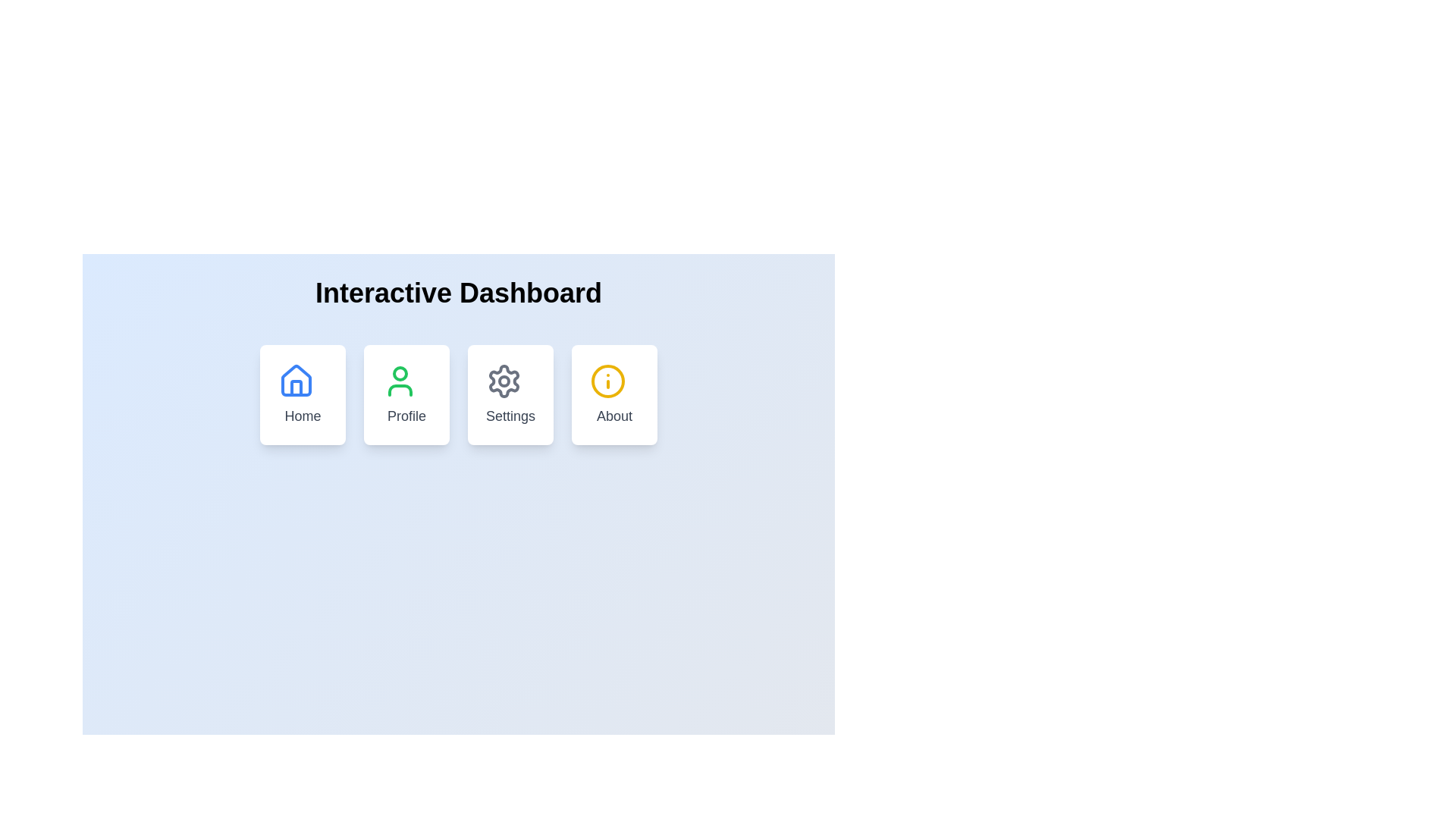 The width and height of the screenshot is (1456, 819). I want to click on the Decorative SVG circle element located at the center of the gear-shaped icon in the 'Settings' section of the Interactive Dashboard, so click(504, 380).